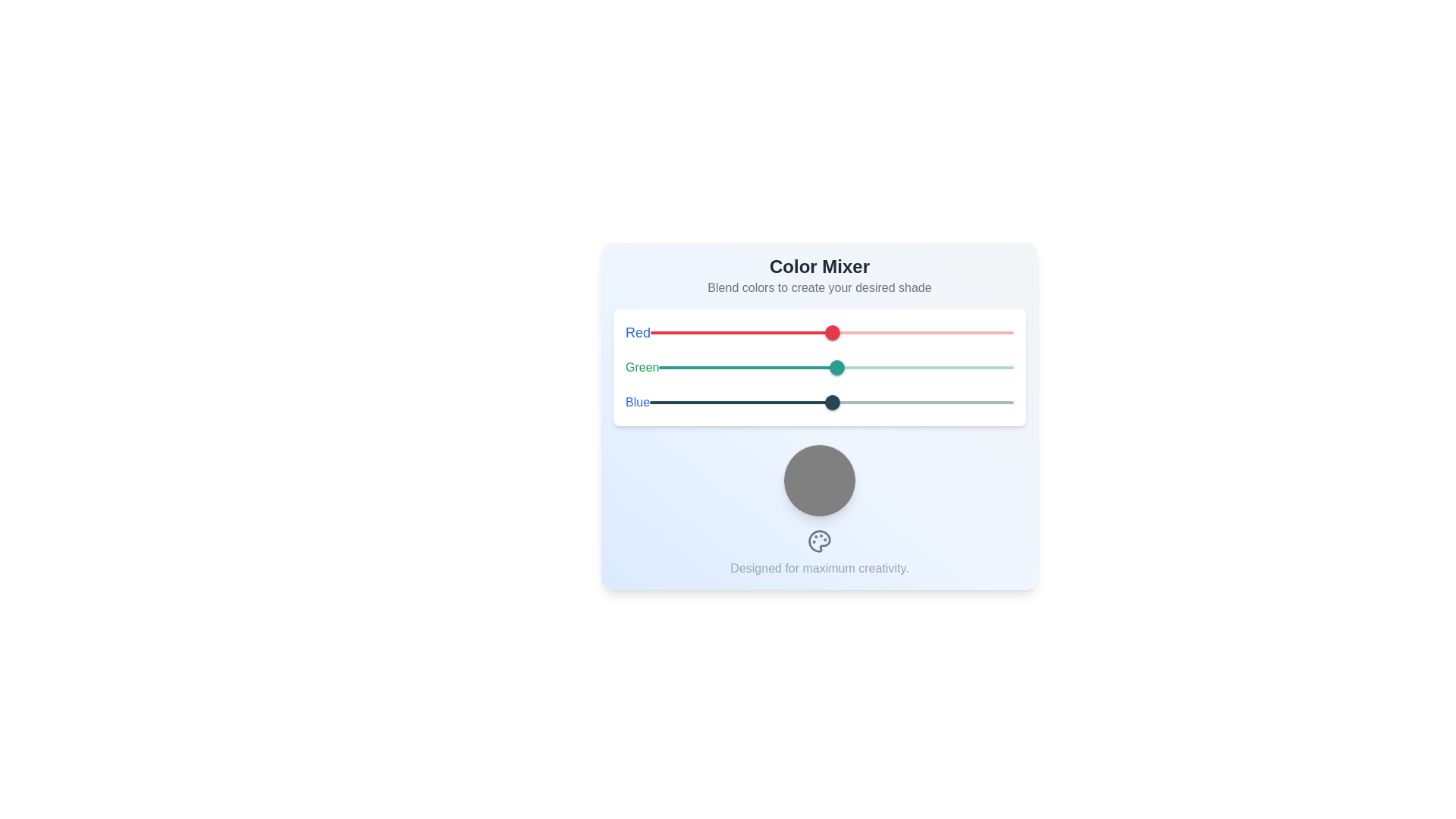  What do you see at coordinates (739, 368) in the screenshot?
I see `the green value` at bounding box center [739, 368].